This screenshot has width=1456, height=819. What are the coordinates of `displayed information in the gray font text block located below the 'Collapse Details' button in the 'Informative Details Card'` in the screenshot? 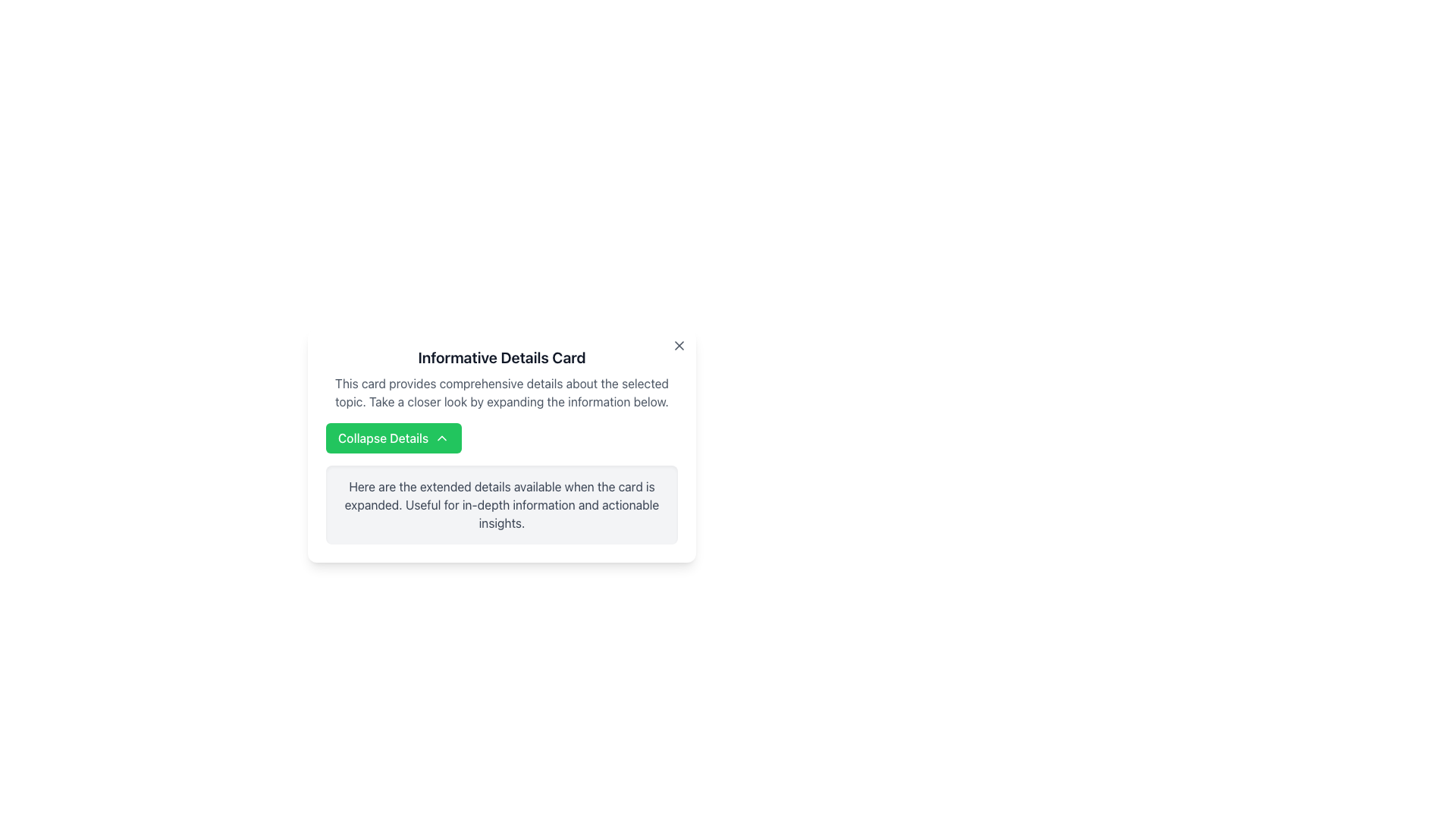 It's located at (502, 505).